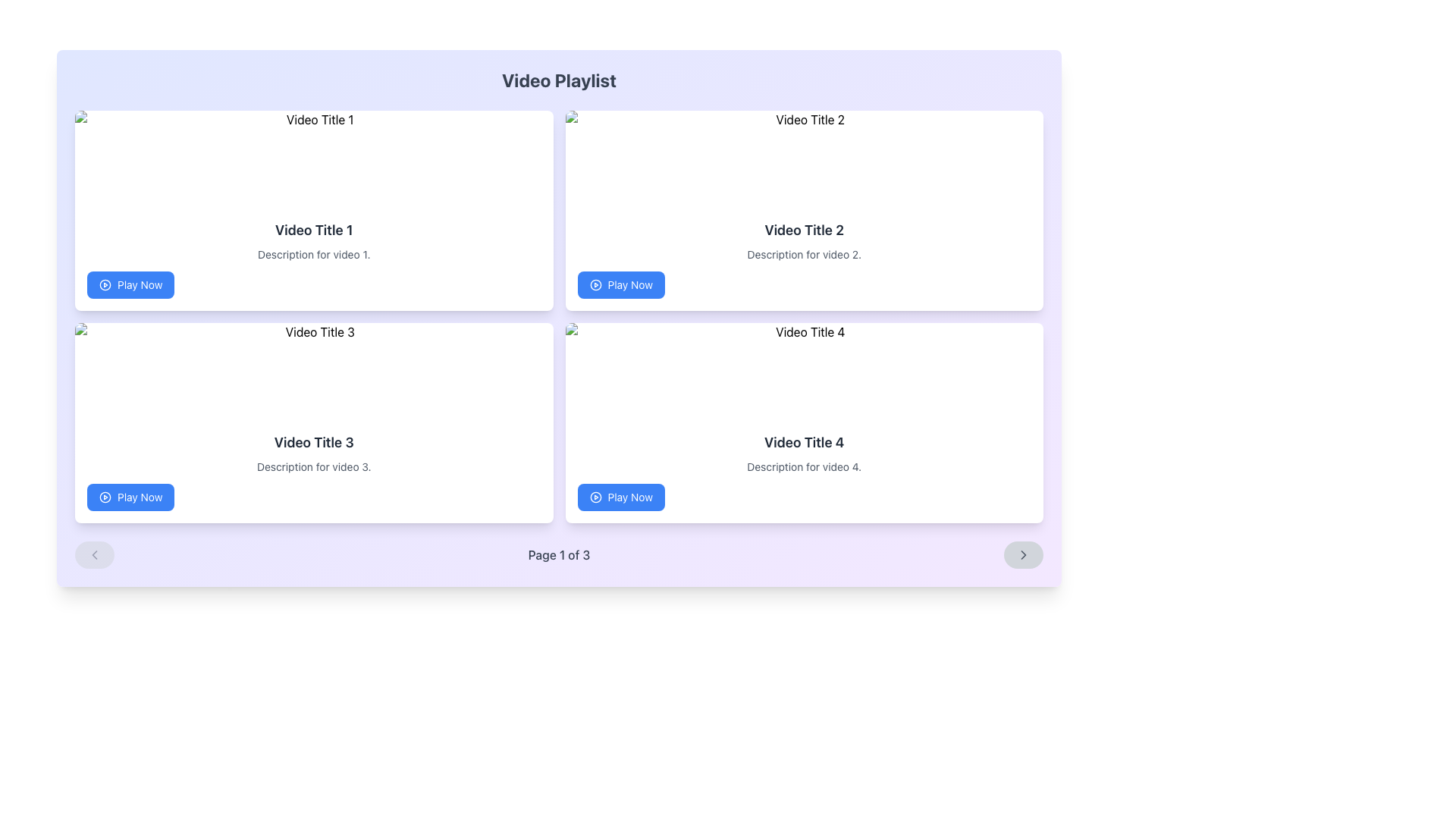  I want to click on the thumbnail image for 'Video Title 2', so click(803, 158).